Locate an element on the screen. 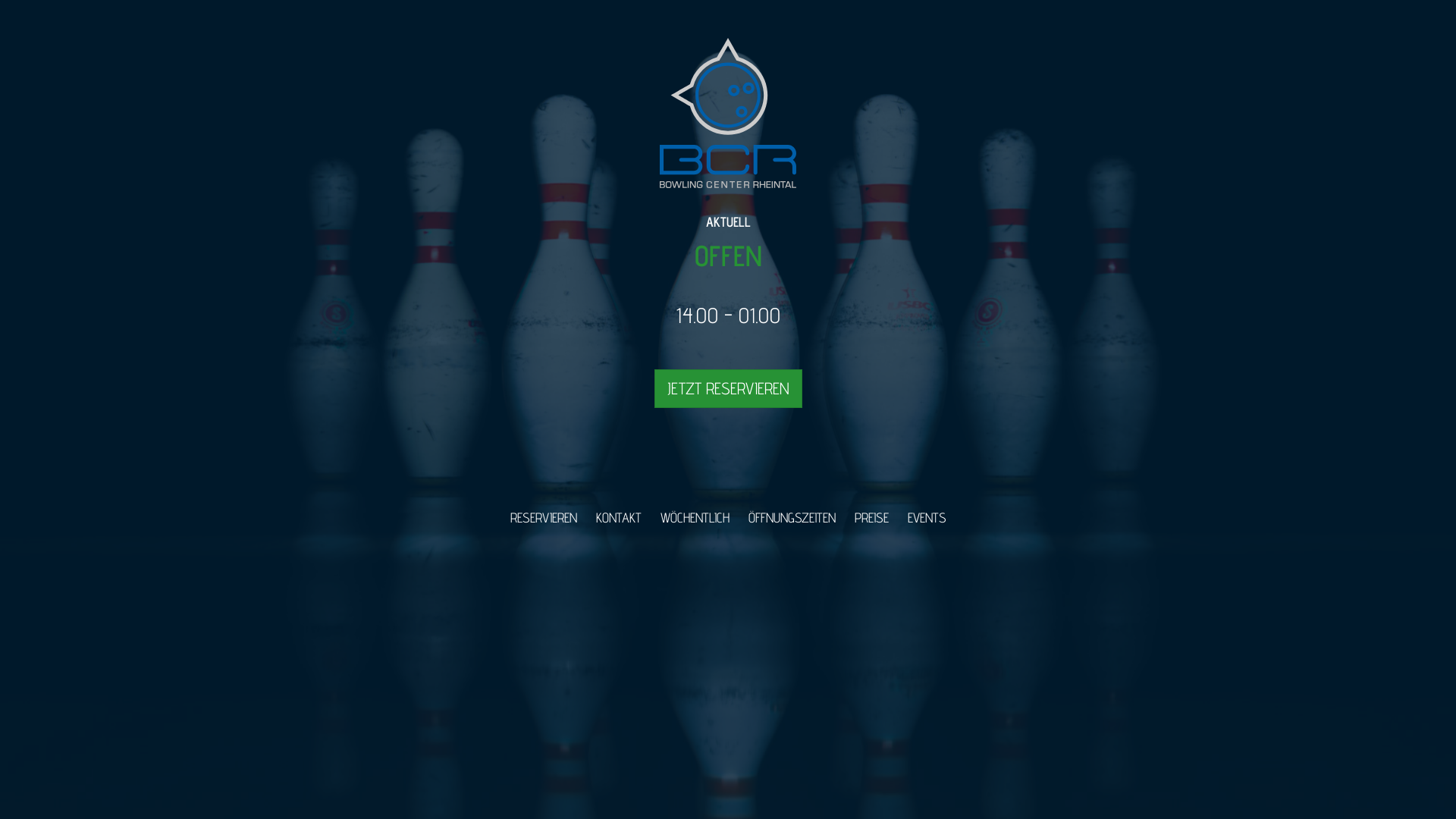 This screenshot has width=1456, height=819. 'RESERVIEREN' is located at coordinates (542, 516).